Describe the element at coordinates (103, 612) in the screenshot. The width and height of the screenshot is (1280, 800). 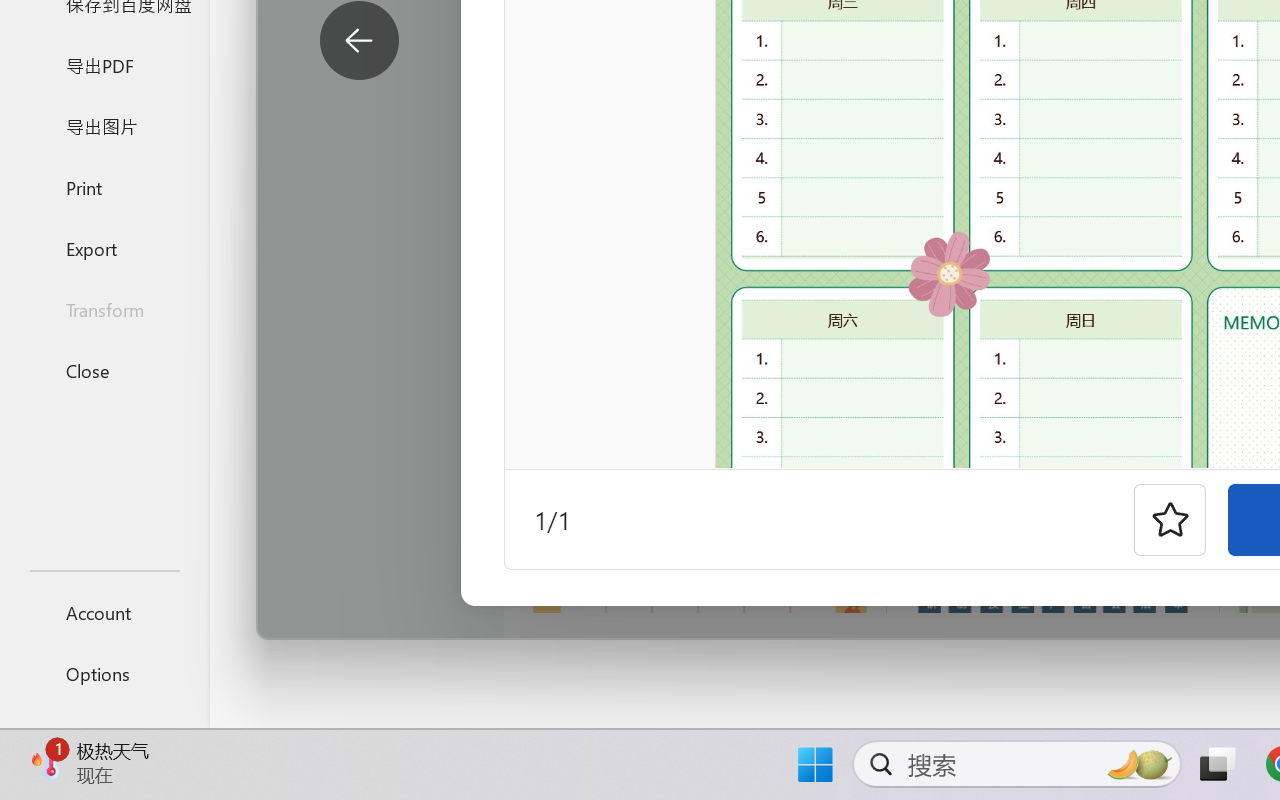
I see `'Account'` at that location.